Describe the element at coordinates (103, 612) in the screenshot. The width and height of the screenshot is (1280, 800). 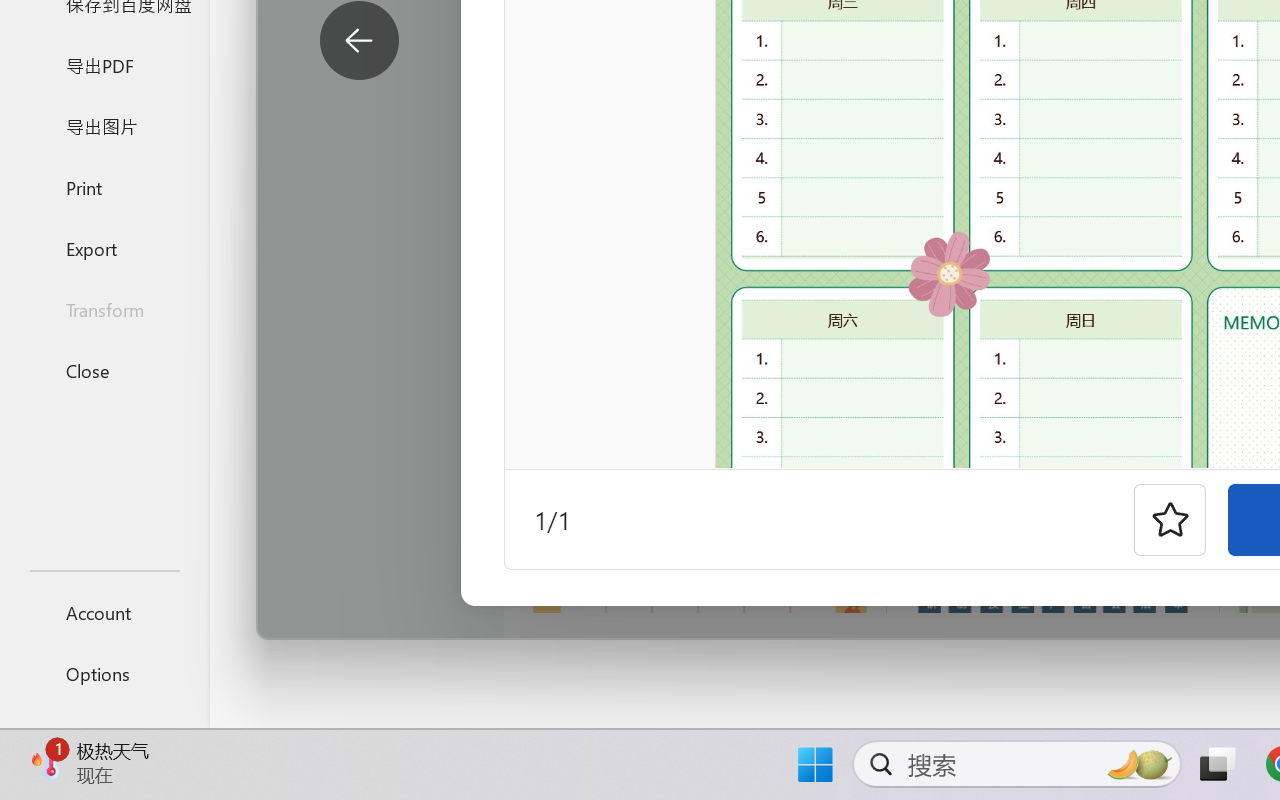
I see `'Account'` at that location.